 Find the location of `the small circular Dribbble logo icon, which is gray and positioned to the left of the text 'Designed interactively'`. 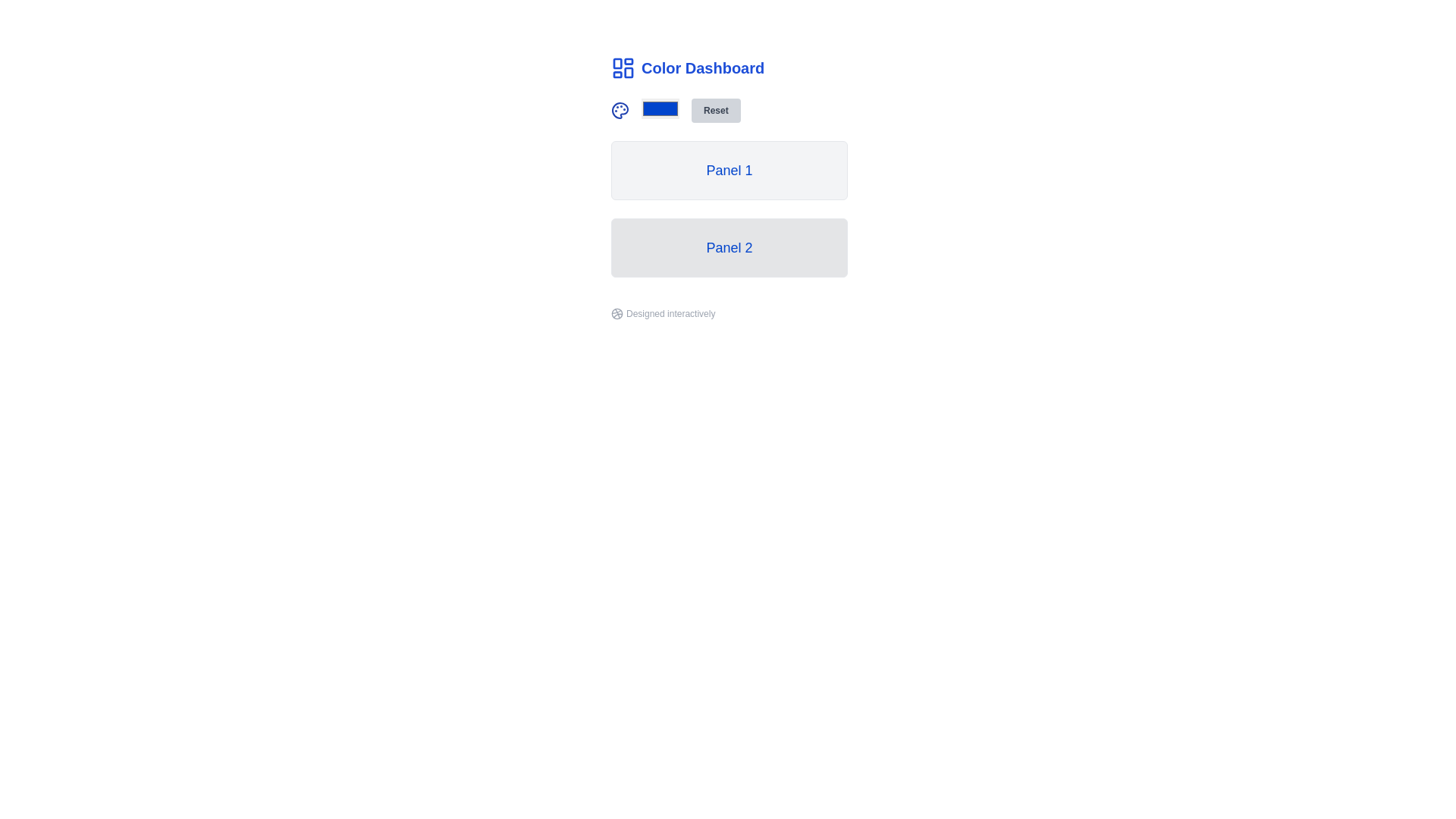

the small circular Dribbble logo icon, which is gray and positioned to the left of the text 'Designed interactively' is located at coordinates (617, 312).